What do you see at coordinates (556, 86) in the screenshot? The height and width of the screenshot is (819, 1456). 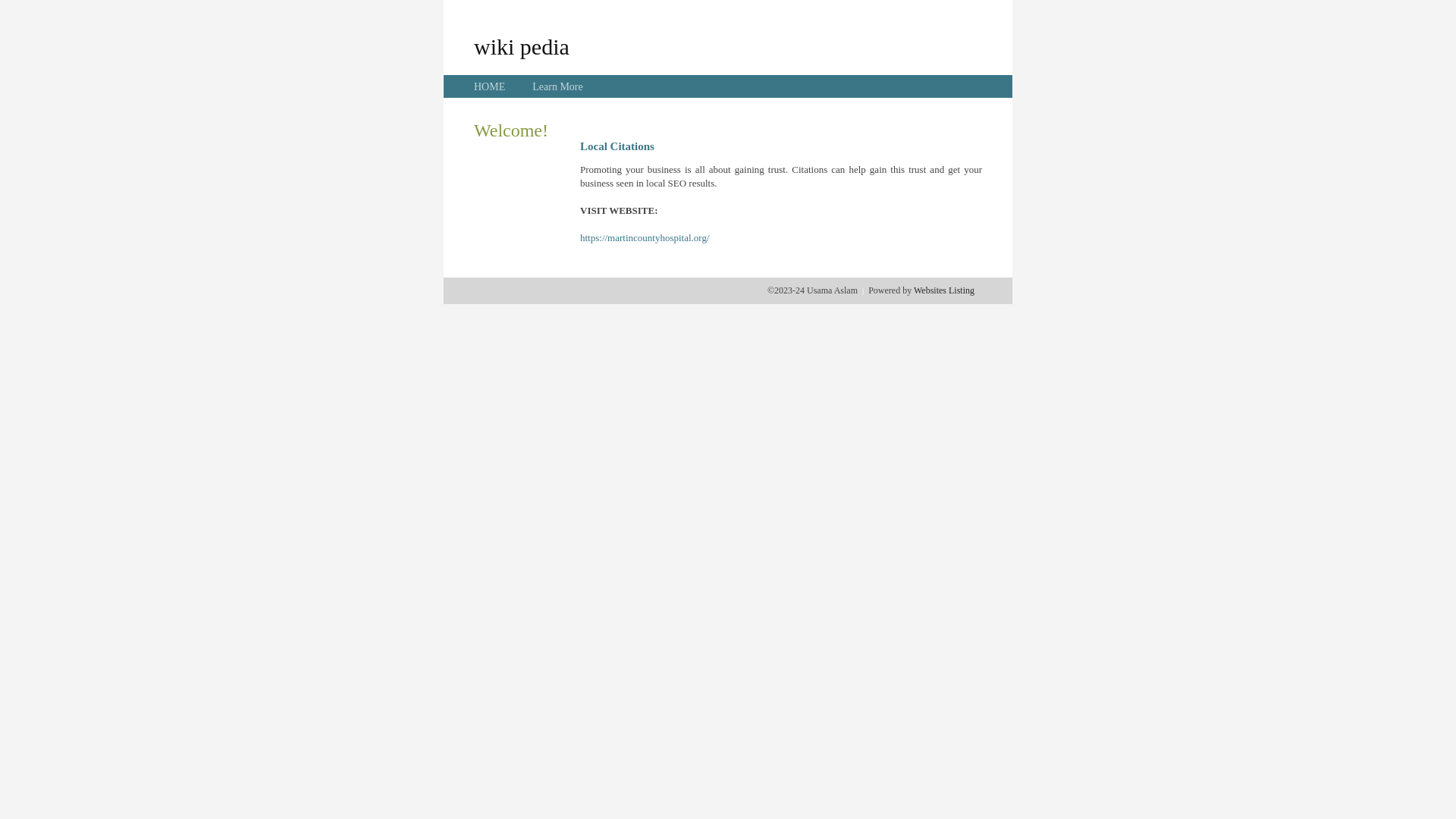 I see `'Learn More'` at bounding box center [556, 86].